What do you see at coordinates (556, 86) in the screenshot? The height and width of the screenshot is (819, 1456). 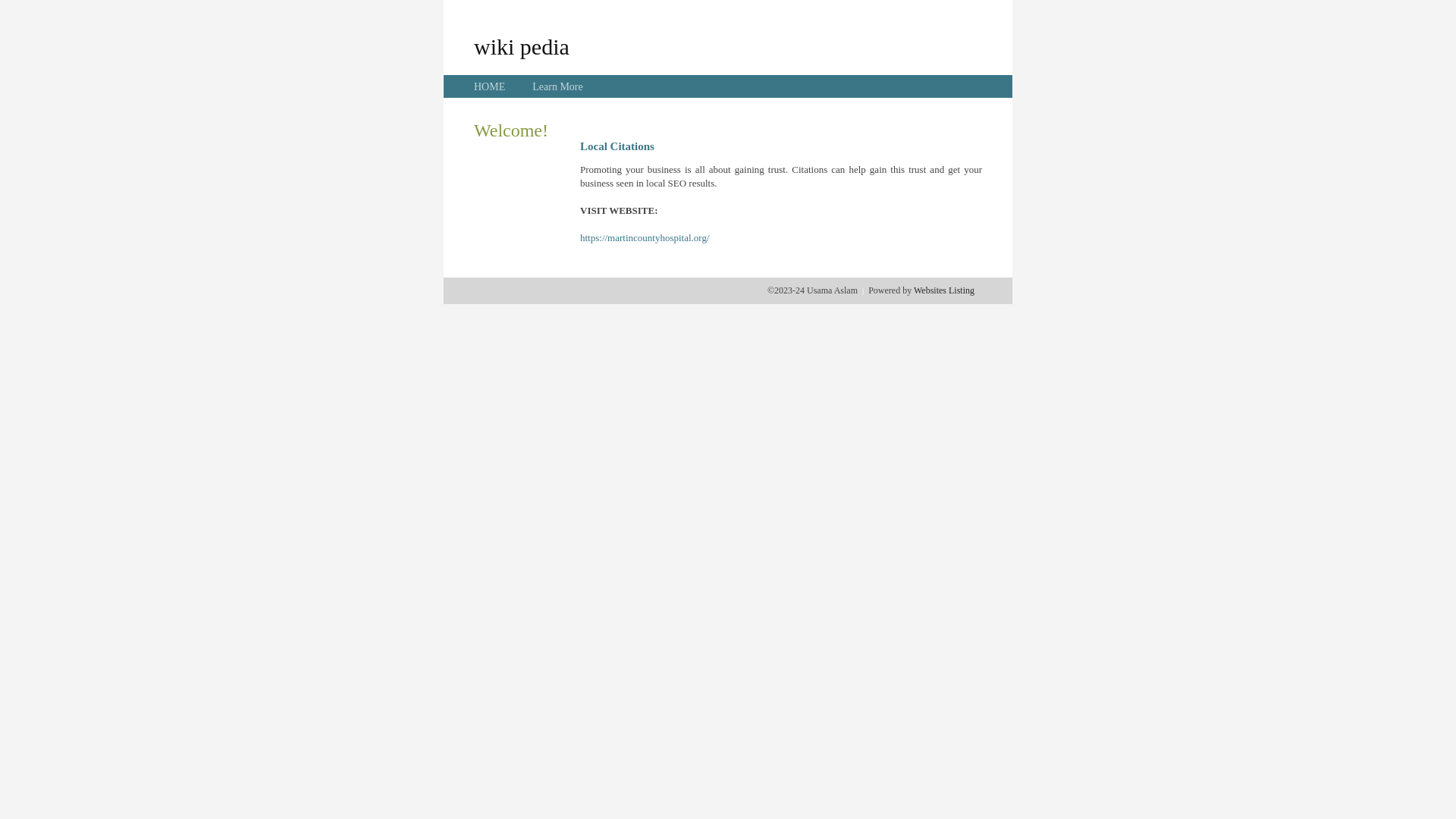 I see `'Learn More'` at bounding box center [556, 86].